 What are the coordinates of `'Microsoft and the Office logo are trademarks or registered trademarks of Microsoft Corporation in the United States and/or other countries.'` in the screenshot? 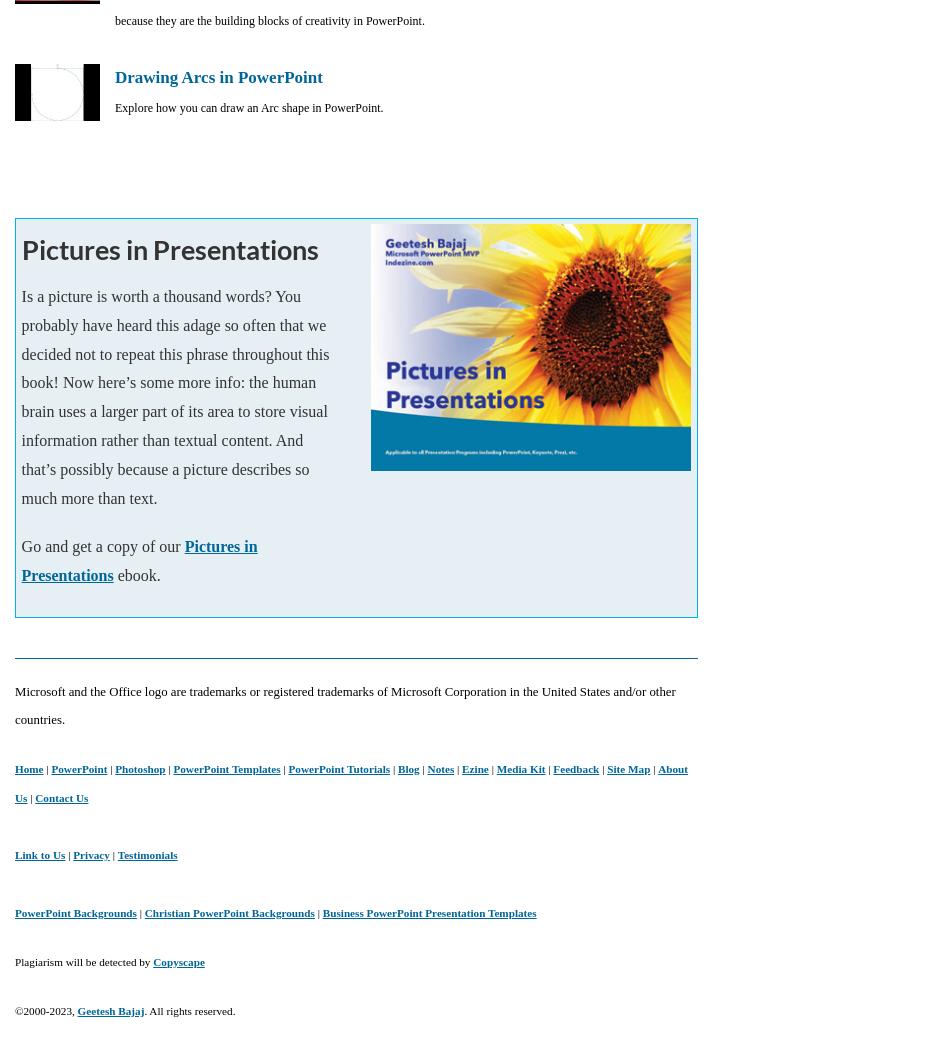 It's located at (344, 704).